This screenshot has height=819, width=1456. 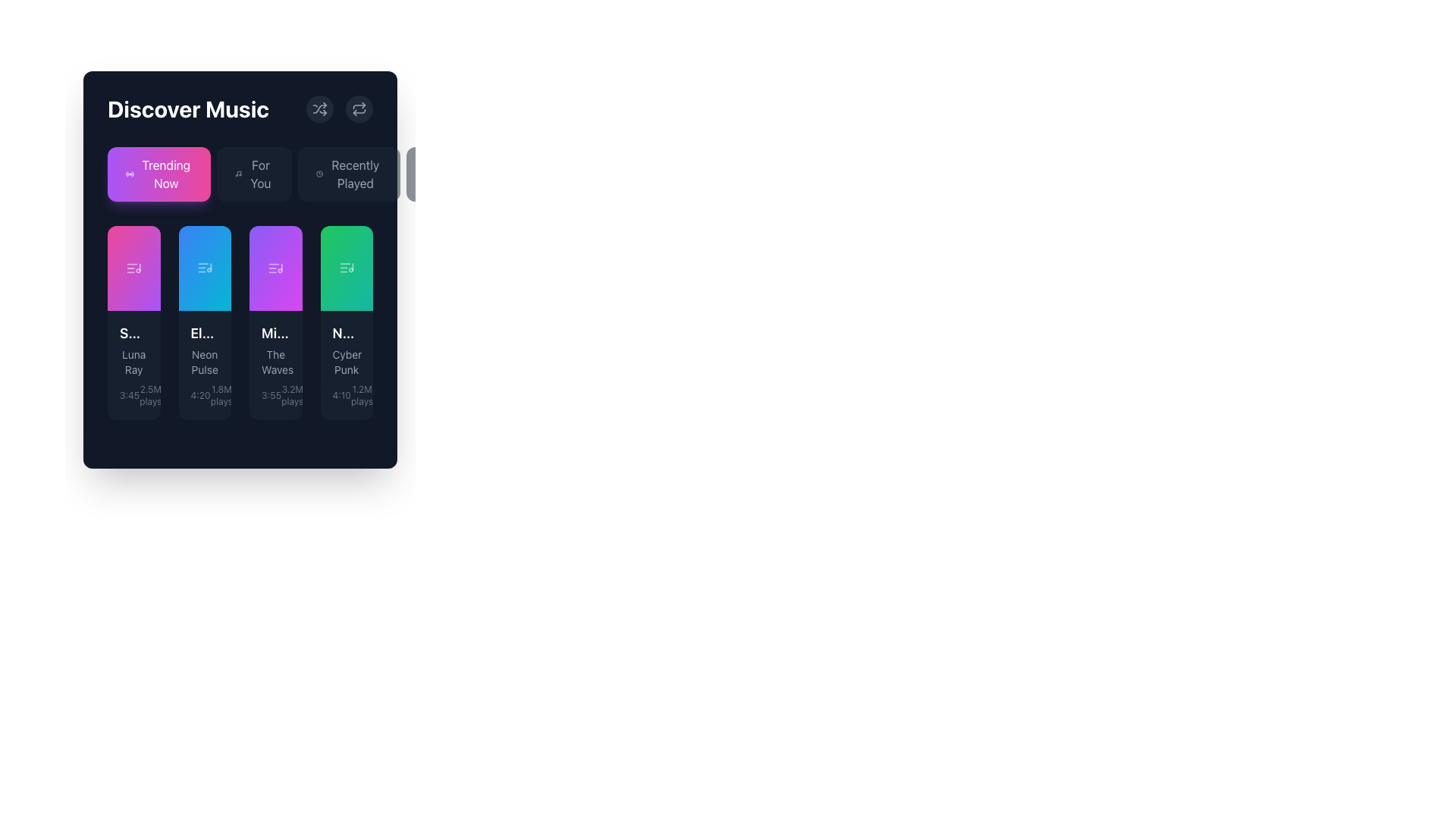 What do you see at coordinates (130, 174) in the screenshot?
I see `the status of the 'Trending Now' SVG Icon, which is positioned to the left of the text in the first tab of the horizontal navigation interface` at bounding box center [130, 174].